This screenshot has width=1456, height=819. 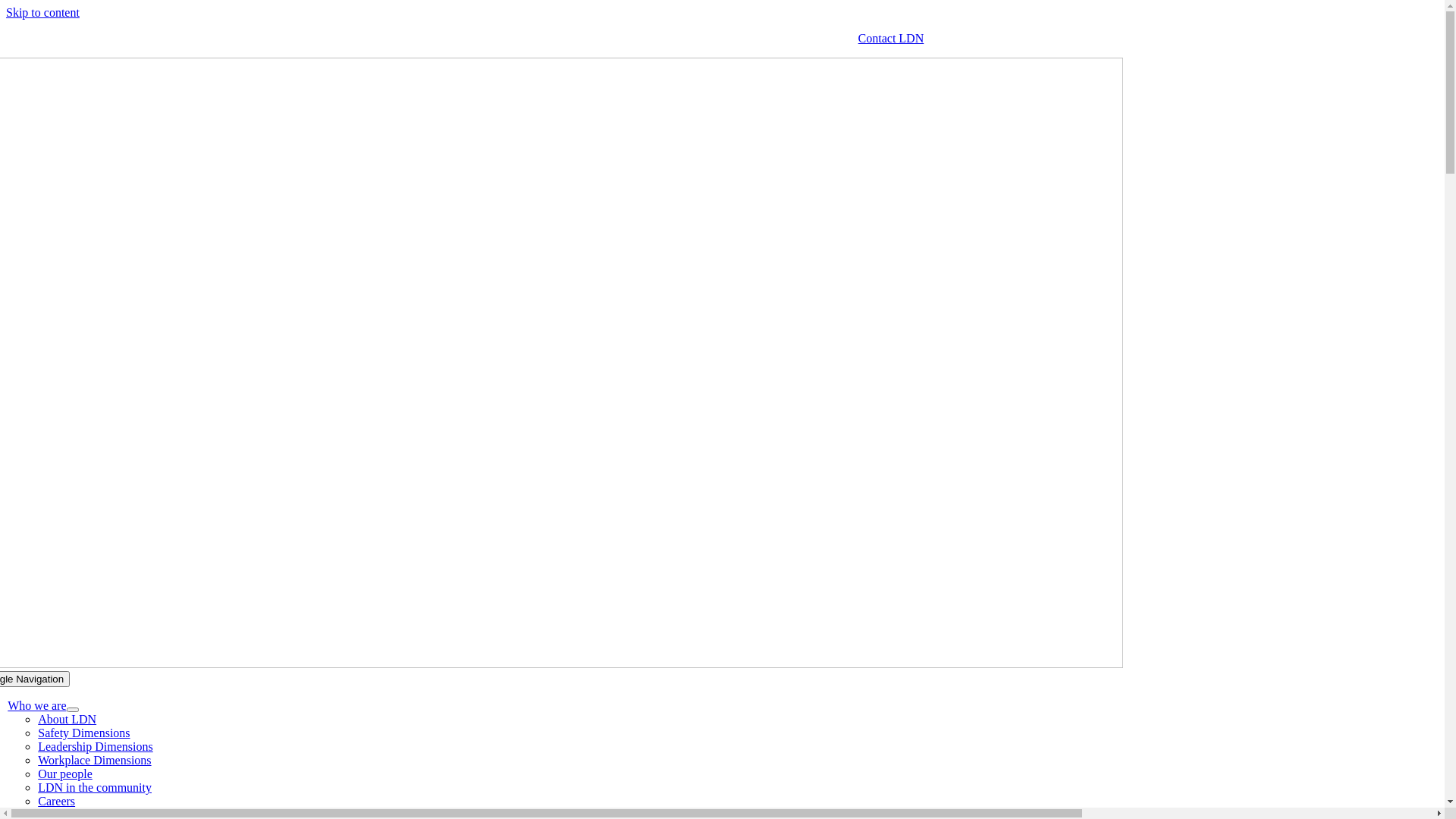 I want to click on 'Skip to content', so click(x=42, y=12).